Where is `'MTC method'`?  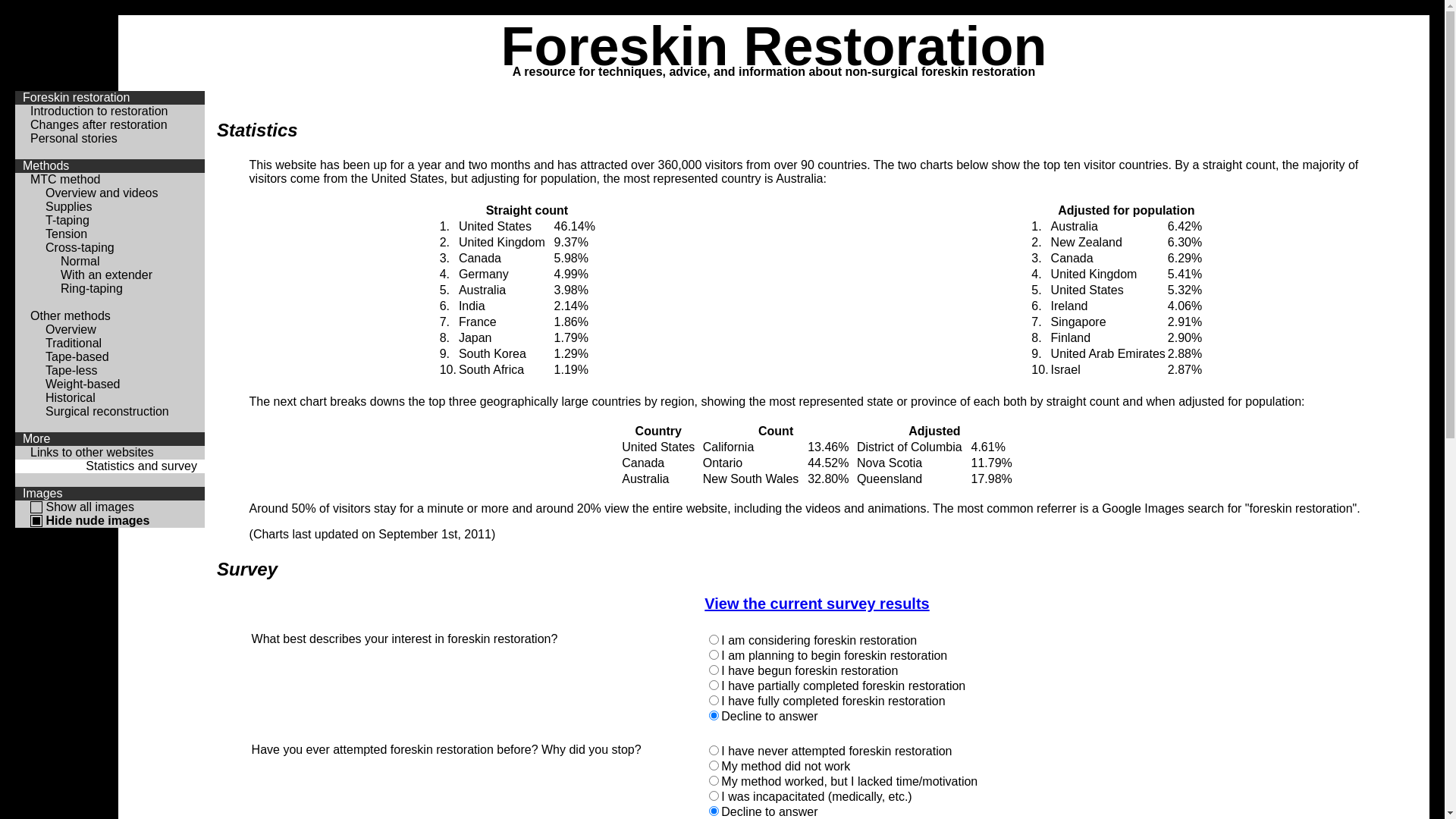
'MTC method' is located at coordinates (64, 178).